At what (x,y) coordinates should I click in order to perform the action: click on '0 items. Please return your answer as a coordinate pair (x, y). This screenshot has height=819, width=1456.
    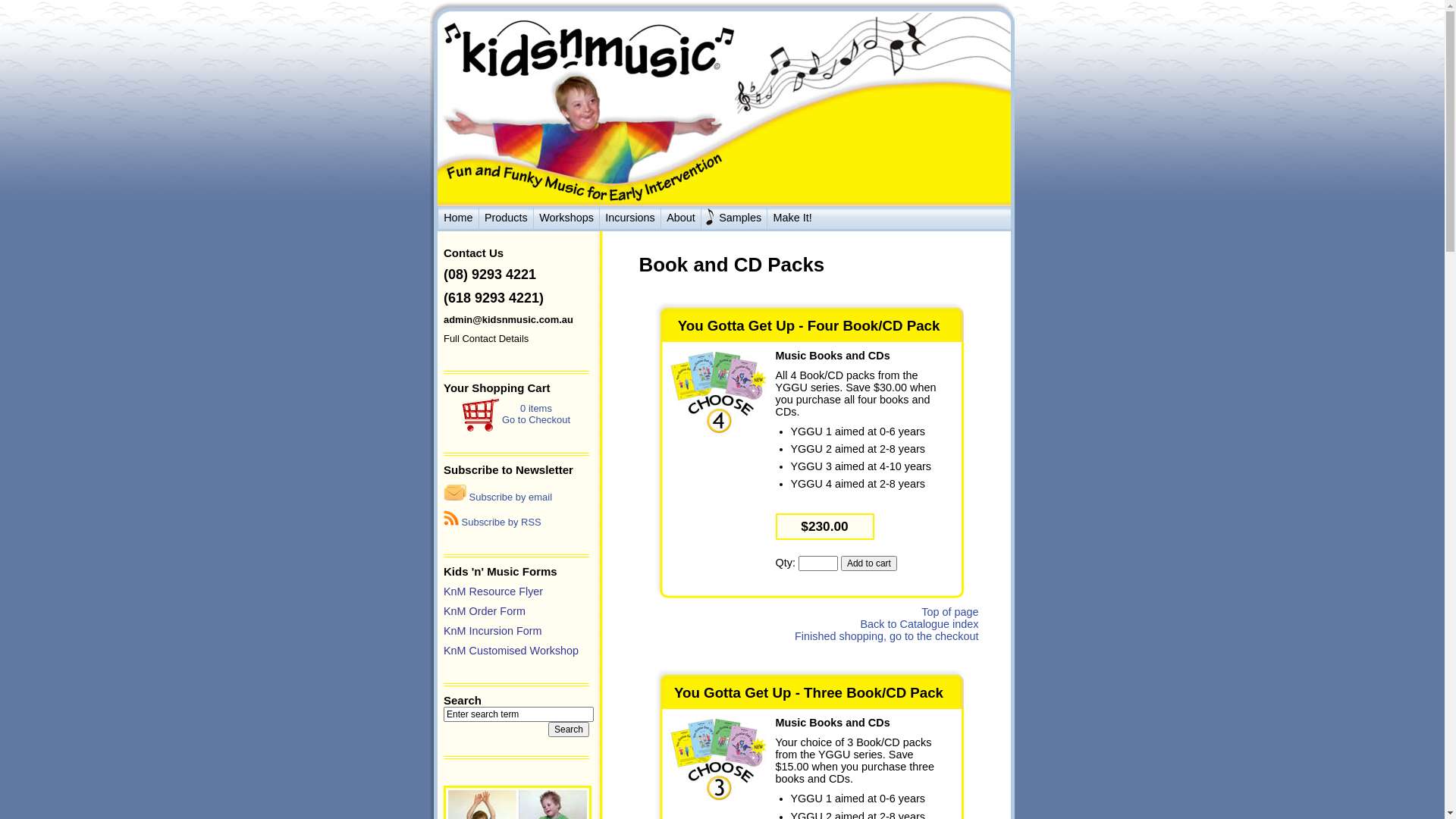
    Looking at the image, I should click on (502, 414).